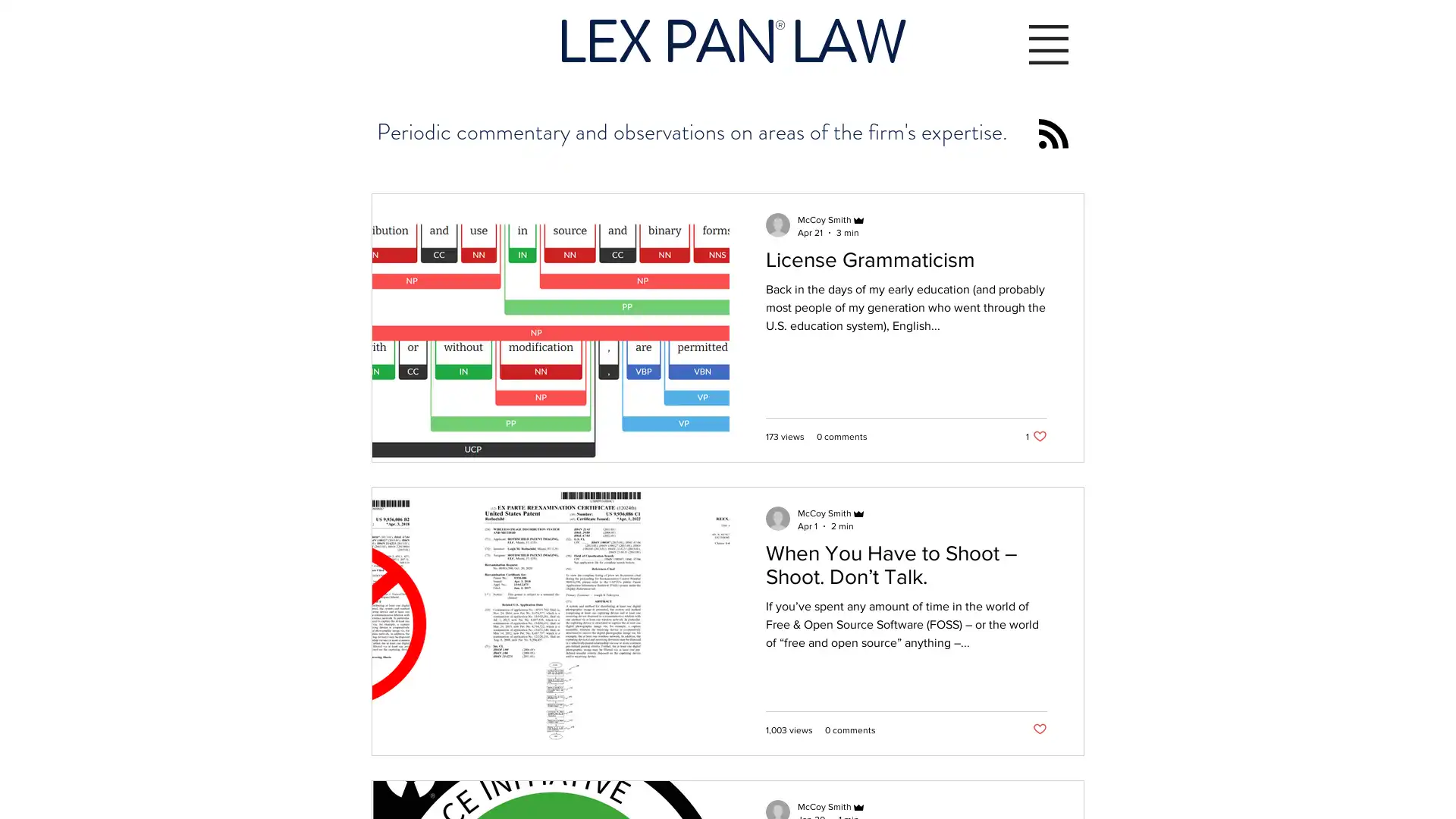 The width and height of the screenshot is (1456, 819). I want to click on 1 like. Post not marked as liked, so click(1036, 436).